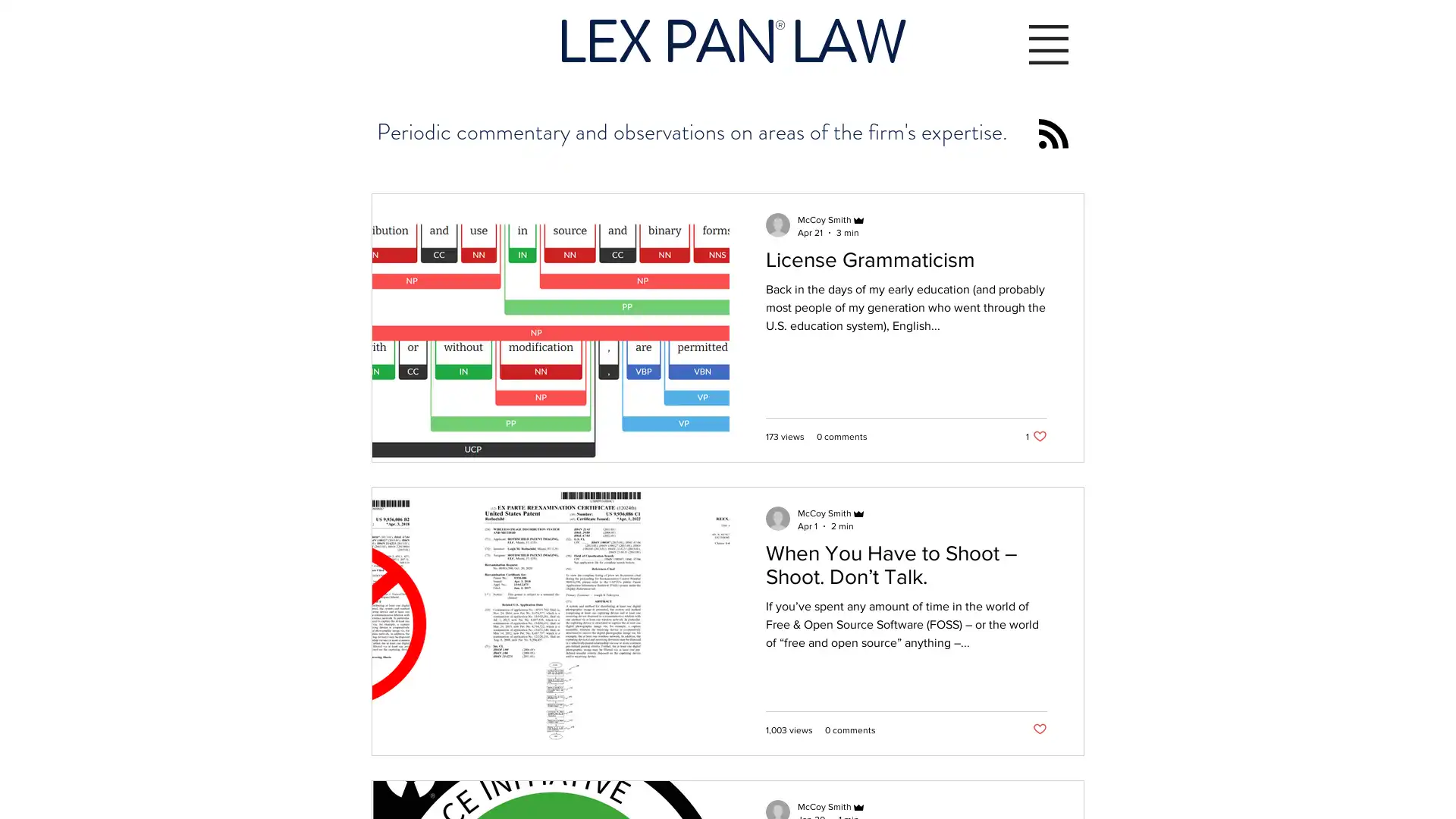 The width and height of the screenshot is (1456, 819). I want to click on 1 like. Post not marked as liked, so click(1036, 436).